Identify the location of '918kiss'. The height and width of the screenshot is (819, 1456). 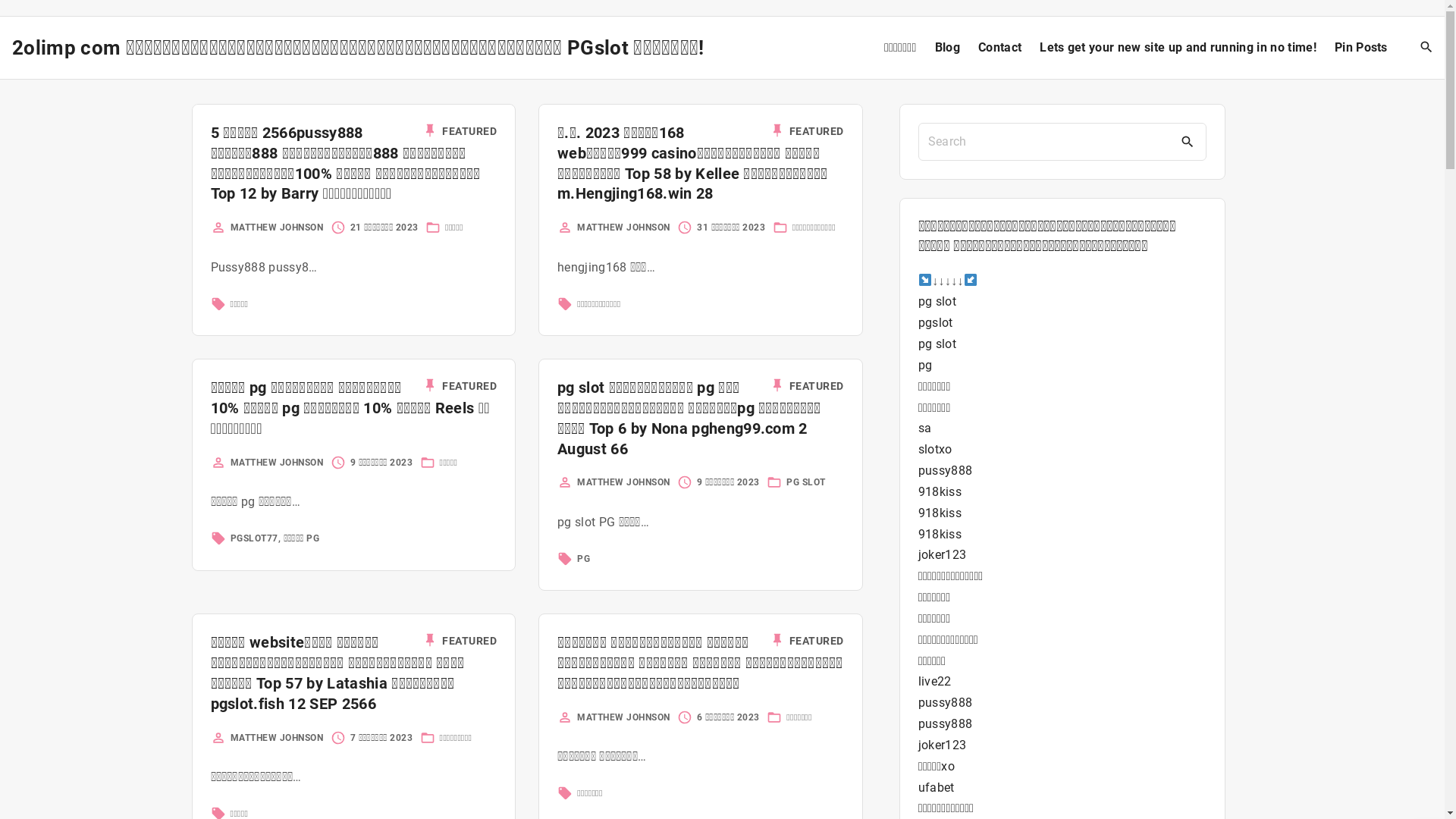
(917, 512).